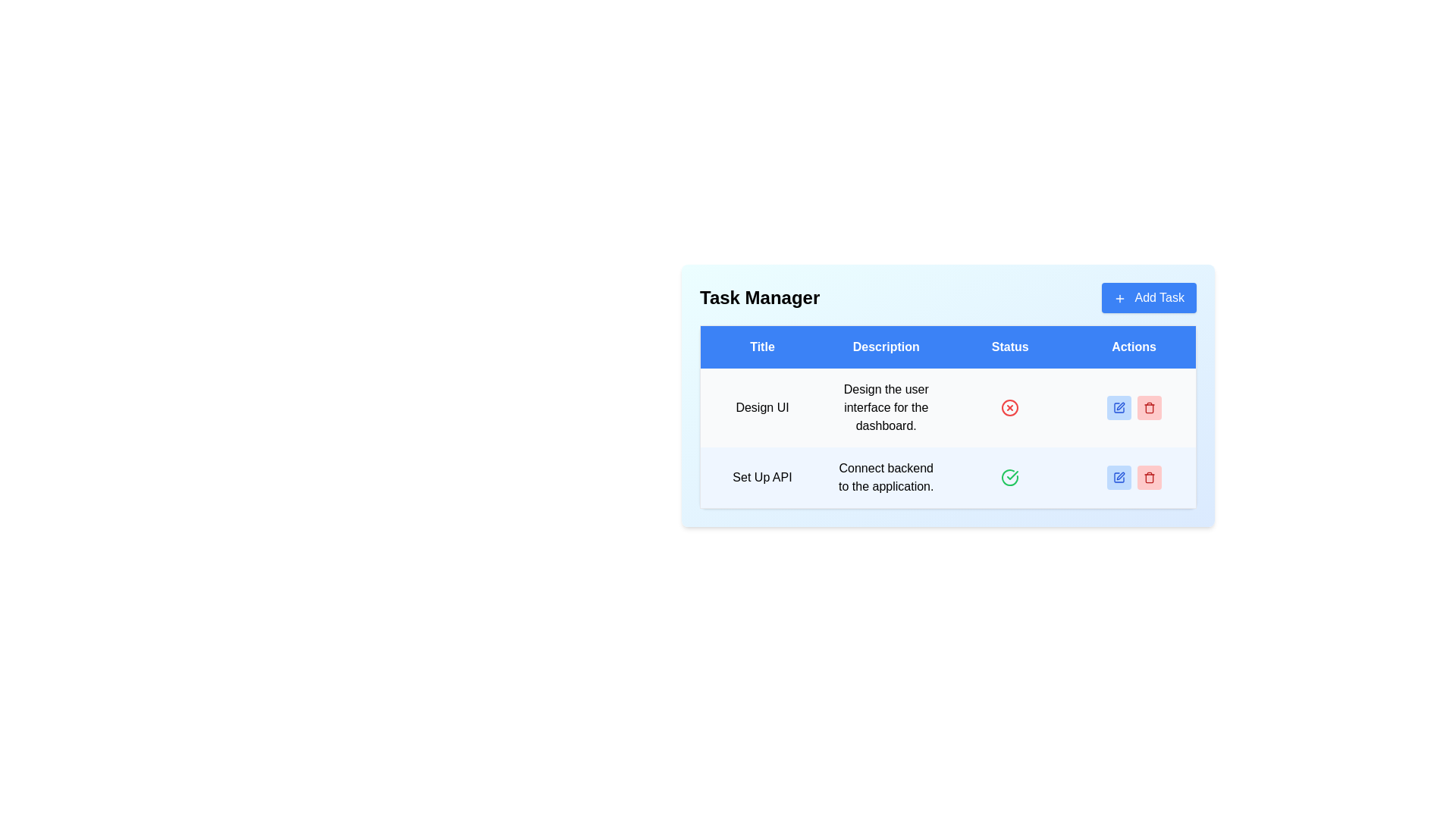 This screenshot has width=1456, height=819. What do you see at coordinates (1119, 298) in the screenshot?
I see `the 'plus' icon, which is a modern light blue icon positioned to the left of the 'Add Task' text on a button in the top-right corner of the application panel` at bounding box center [1119, 298].